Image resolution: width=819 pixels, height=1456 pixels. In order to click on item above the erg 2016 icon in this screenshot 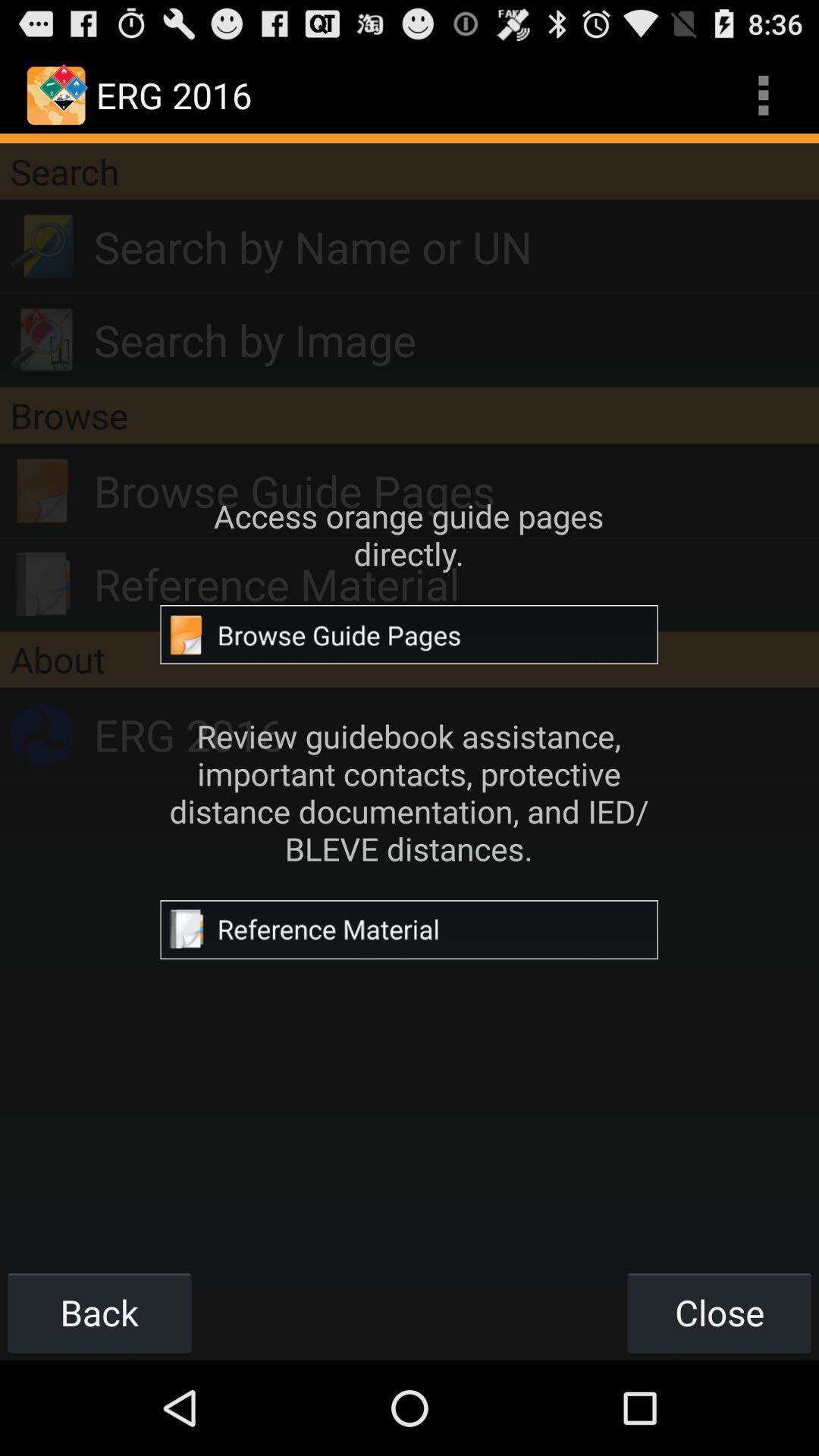, I will do `click(409, 659)`.